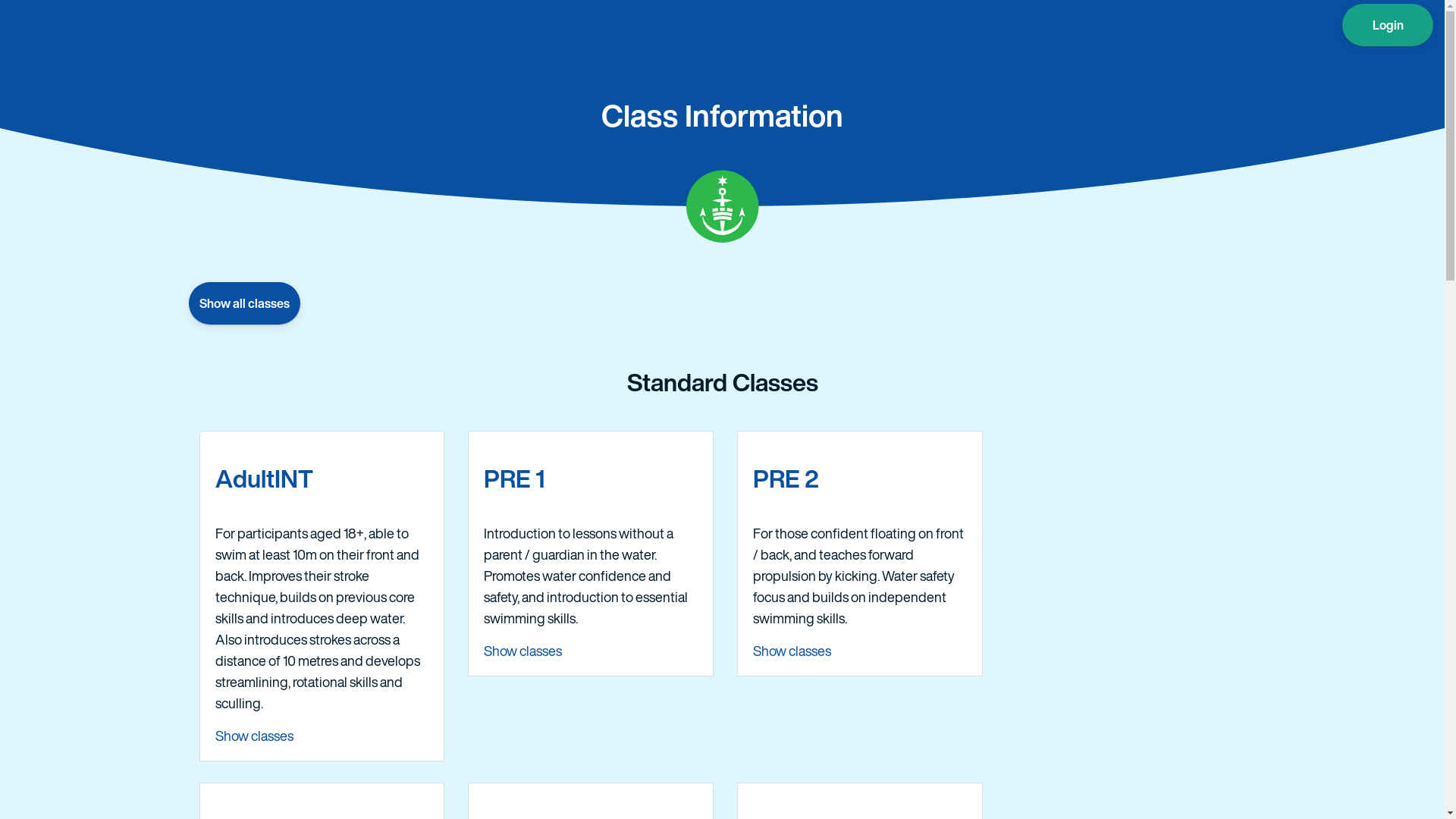  I want to click on 'Login', so click(1387, 25).